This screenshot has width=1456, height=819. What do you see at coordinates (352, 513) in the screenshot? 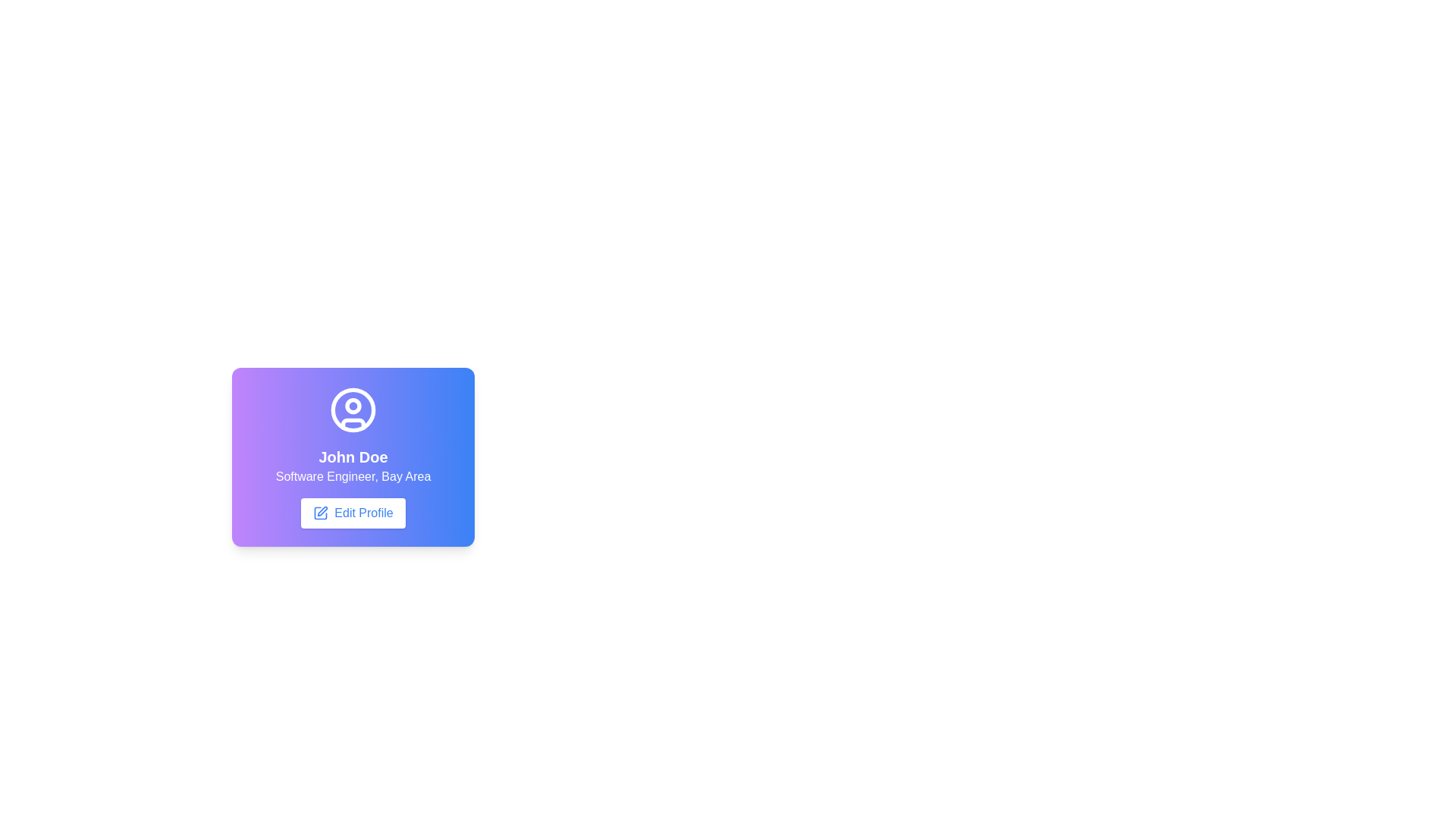
I see `the 'Edit Profile' button, which is a rectangular button with rounded corners, a white background, and blue text, located at the bottom of a card-like component` at bounding box center [352, 513].